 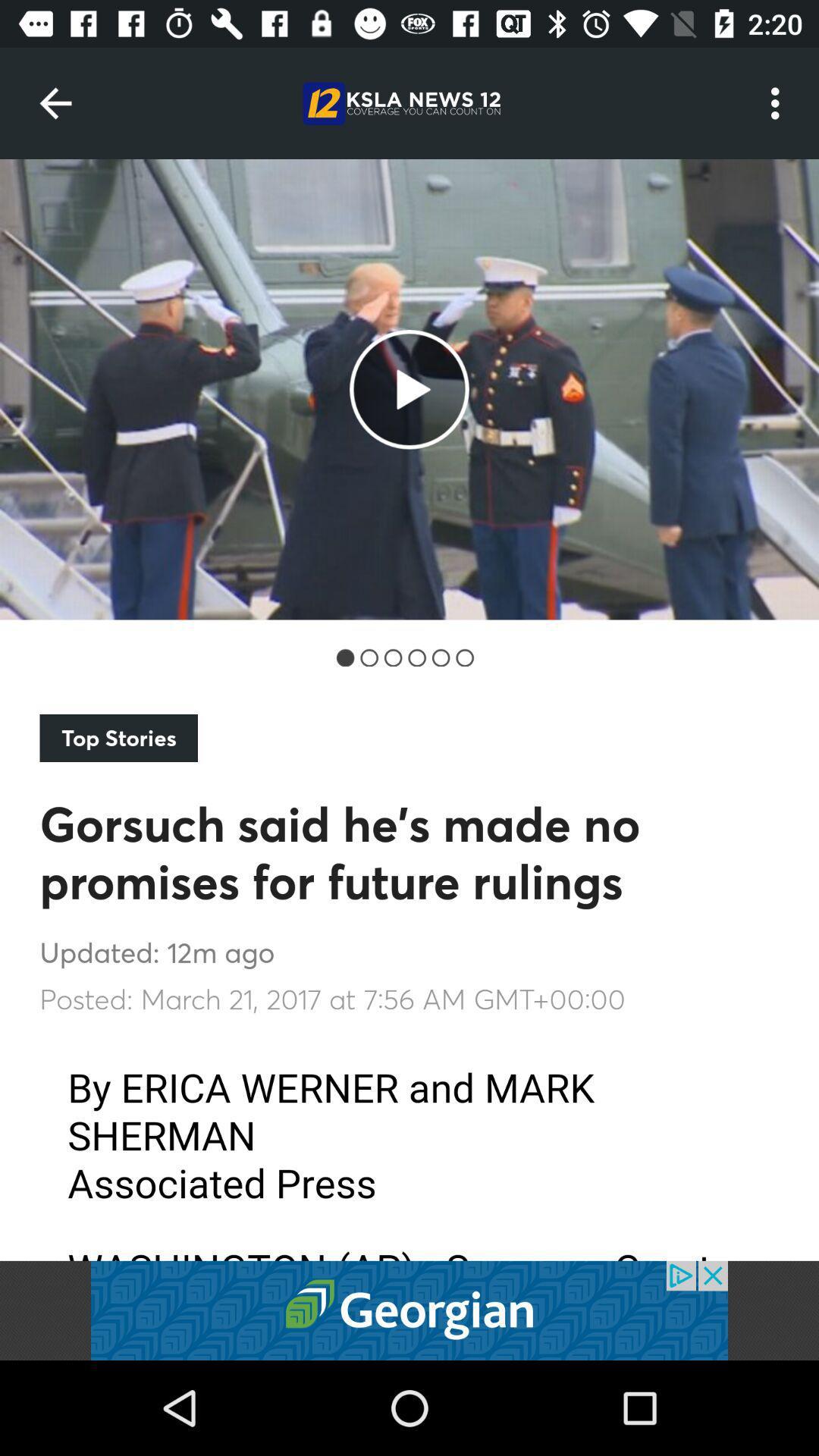 What do you see at coordinates (409, 1310) in the screenshot?
I see `button` at bounding box center [409, 1310].